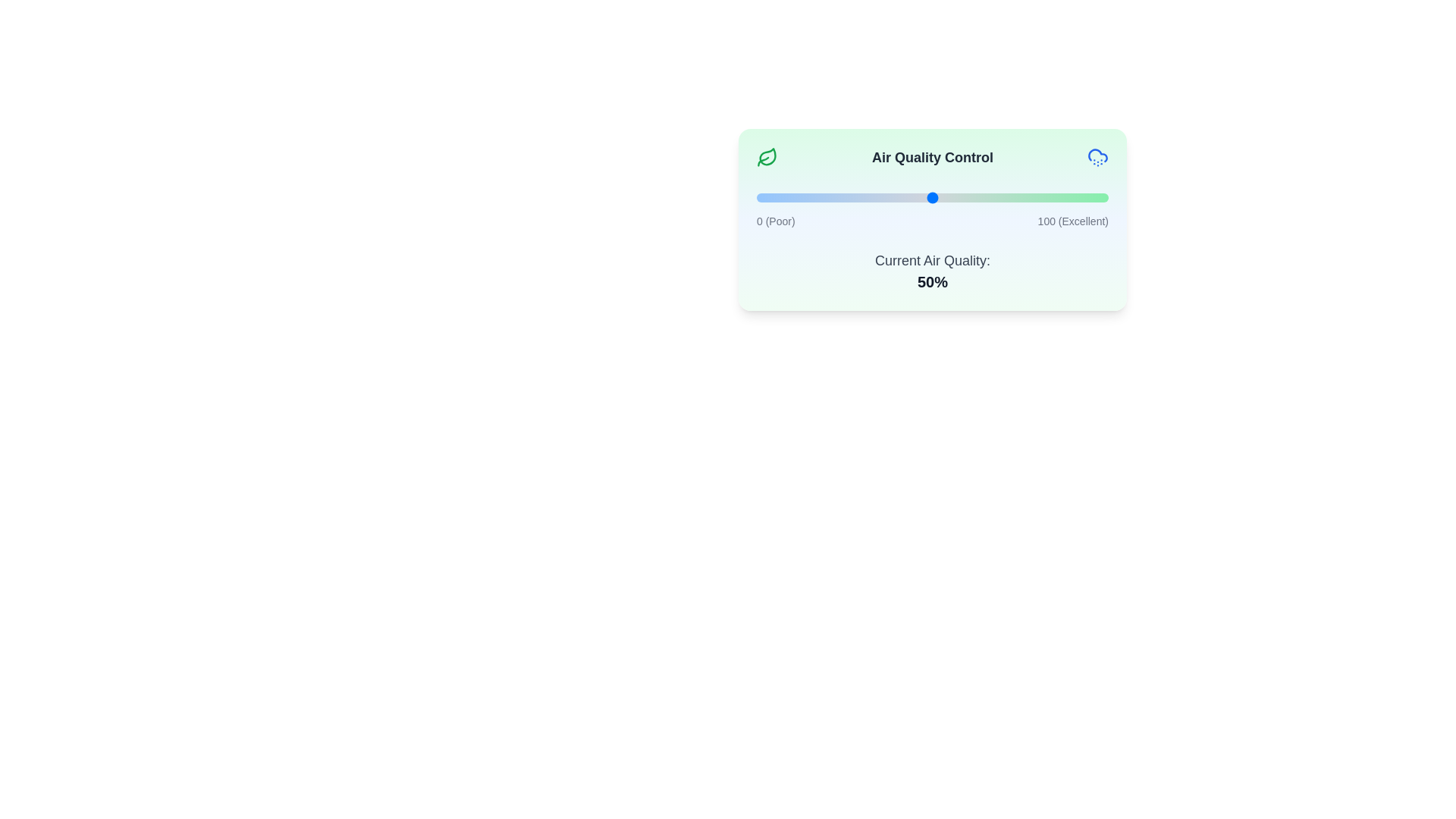  I want to click on the air quality slider to 80%, so click(1037, 197).